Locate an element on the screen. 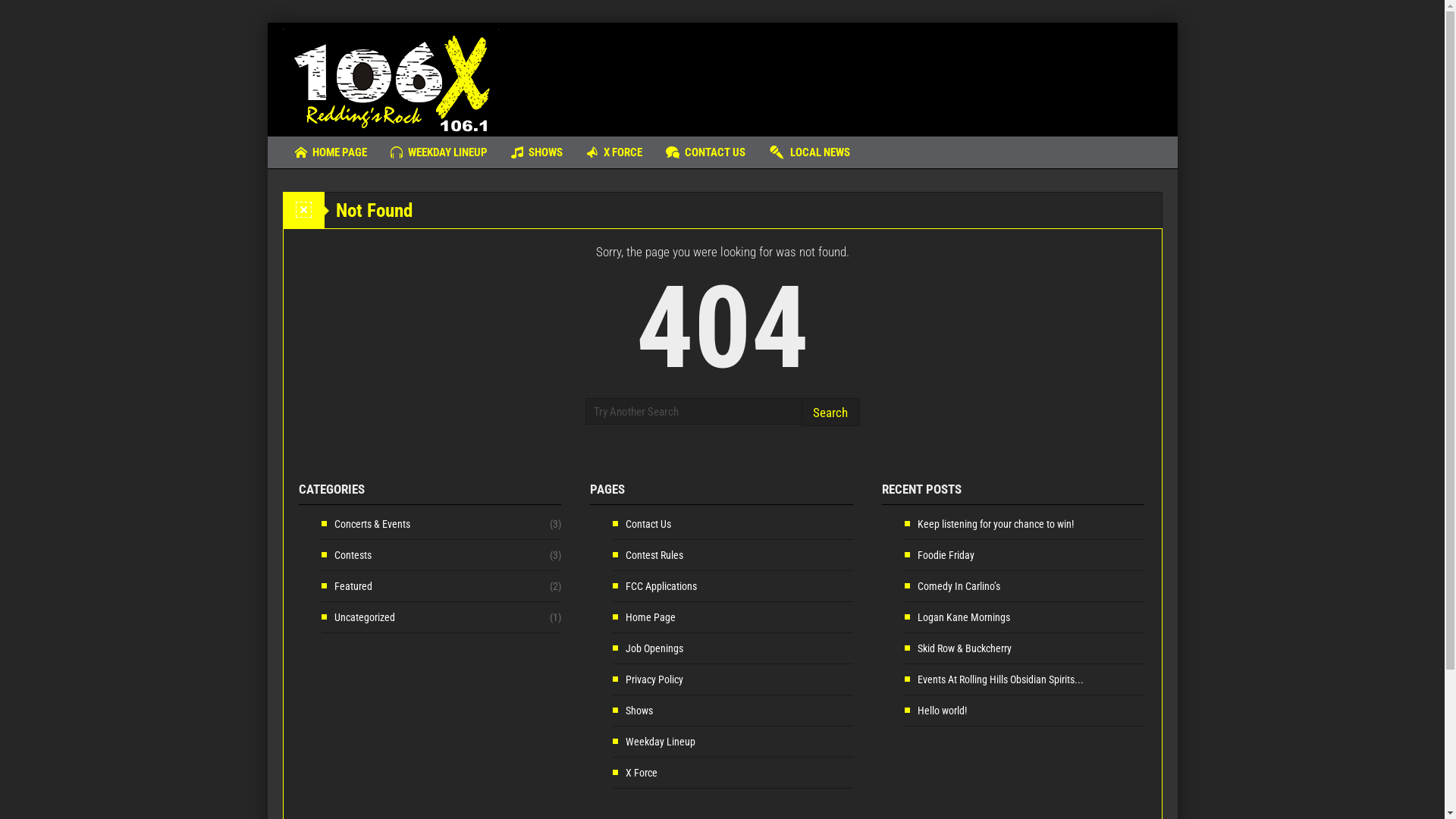 The height and width of the screenshot is (819, 1456). 'Privacy Policy' is located at coordinates (612, 678).